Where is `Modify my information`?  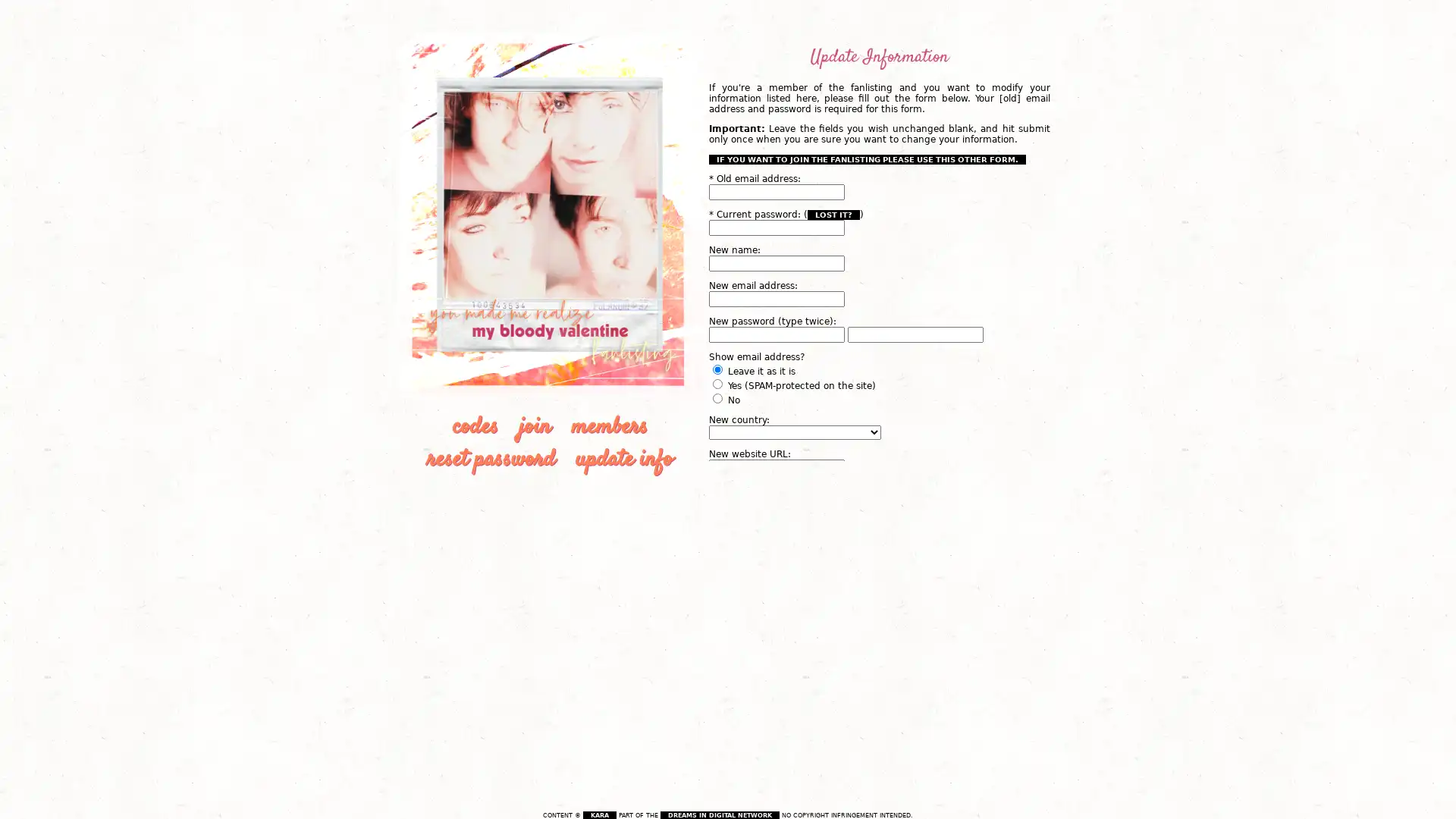 Modify my information is located at coordinates (771, 557).